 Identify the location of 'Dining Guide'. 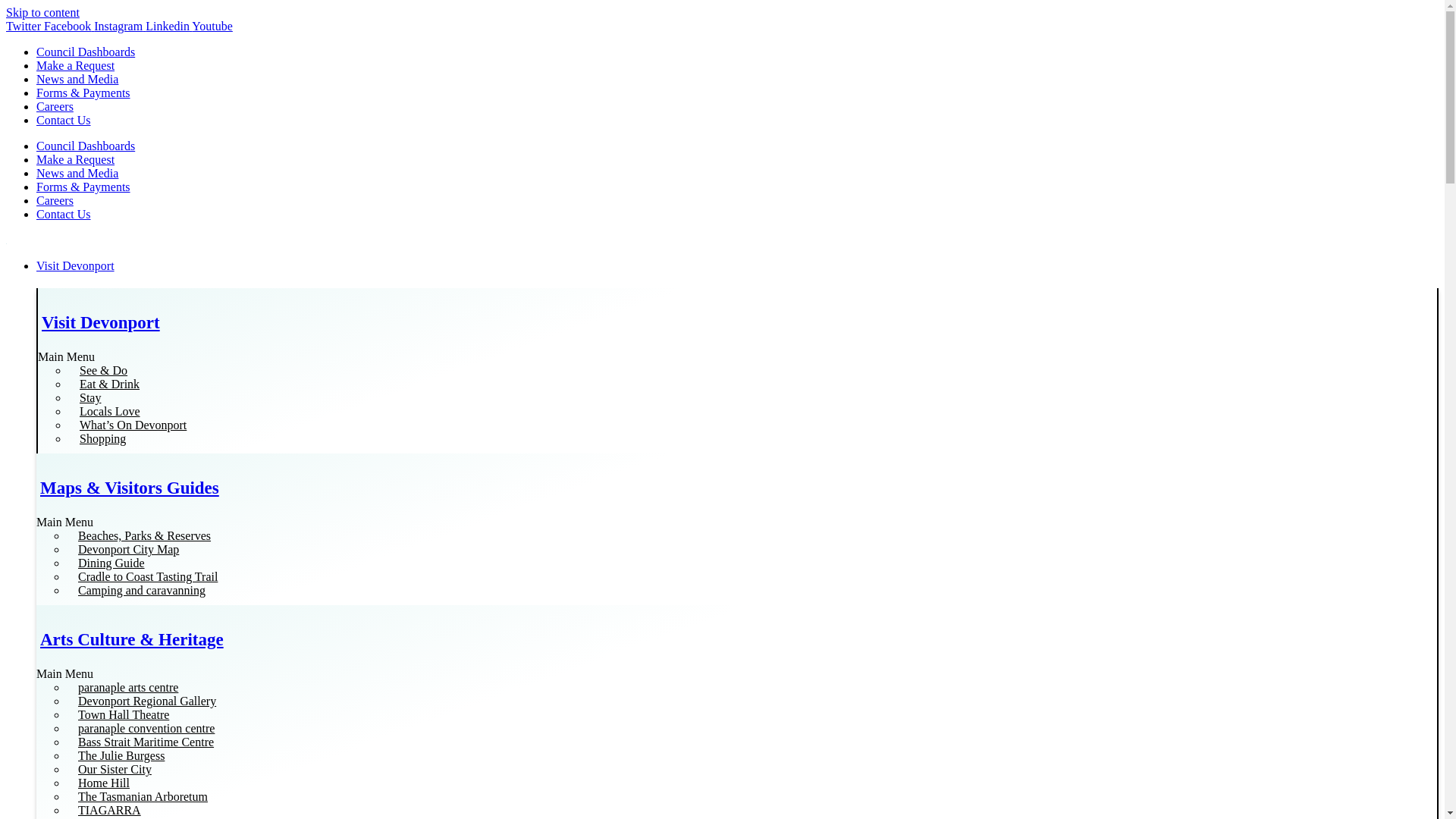
(111, 563).